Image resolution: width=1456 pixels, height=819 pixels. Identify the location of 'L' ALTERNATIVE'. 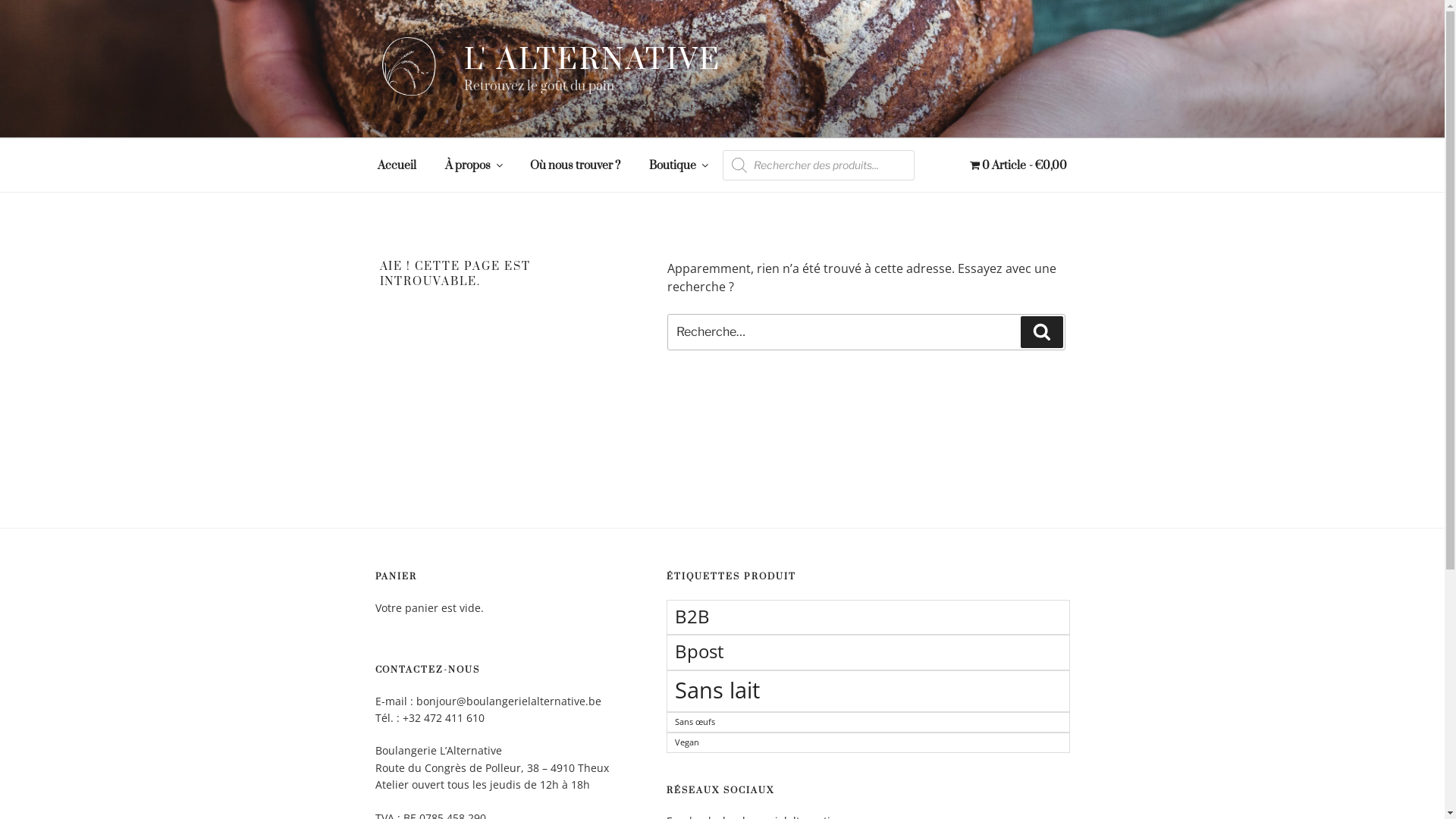
(591, 58).